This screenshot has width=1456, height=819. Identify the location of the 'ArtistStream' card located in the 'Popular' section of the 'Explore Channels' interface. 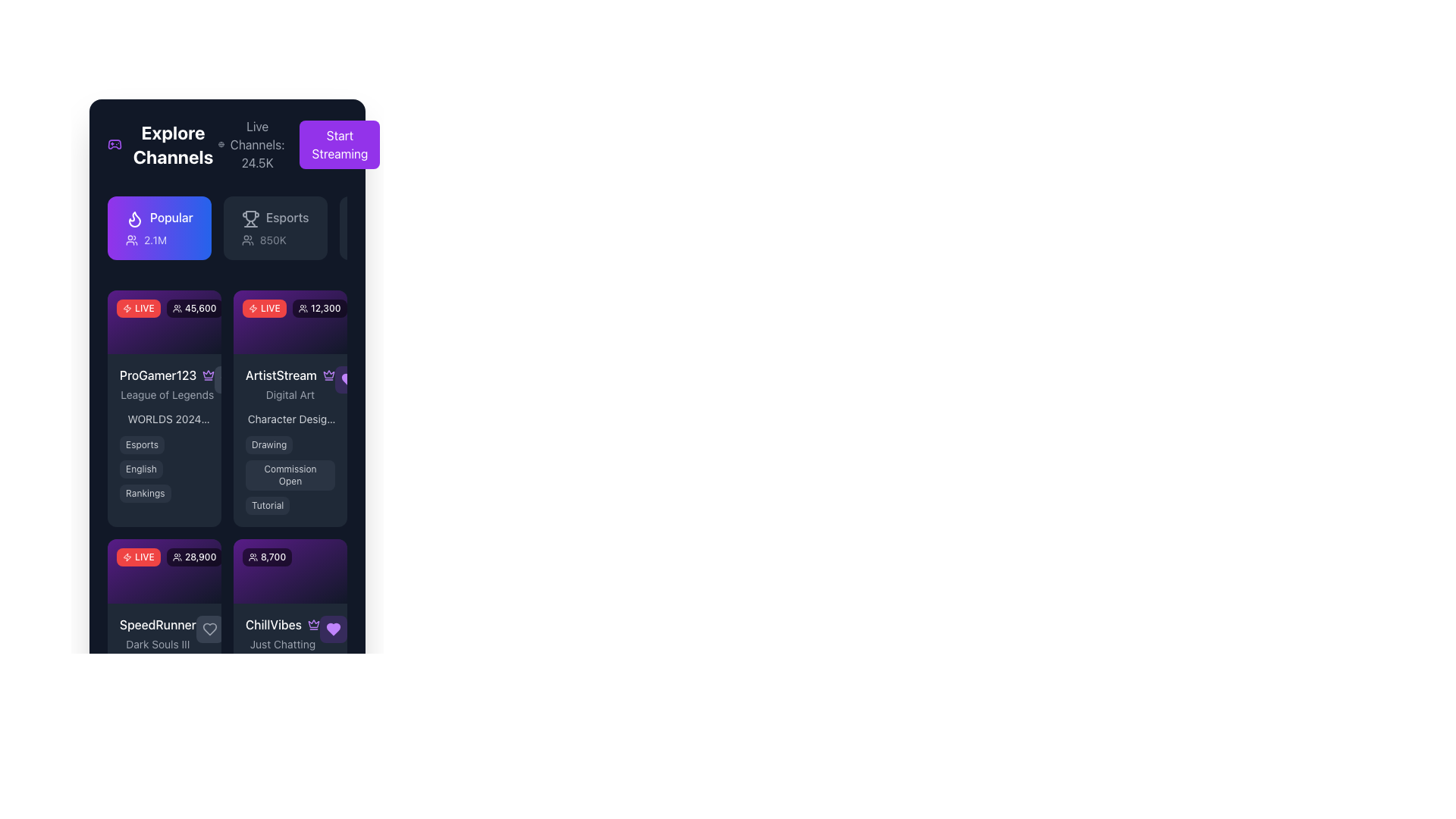
(290, 321).